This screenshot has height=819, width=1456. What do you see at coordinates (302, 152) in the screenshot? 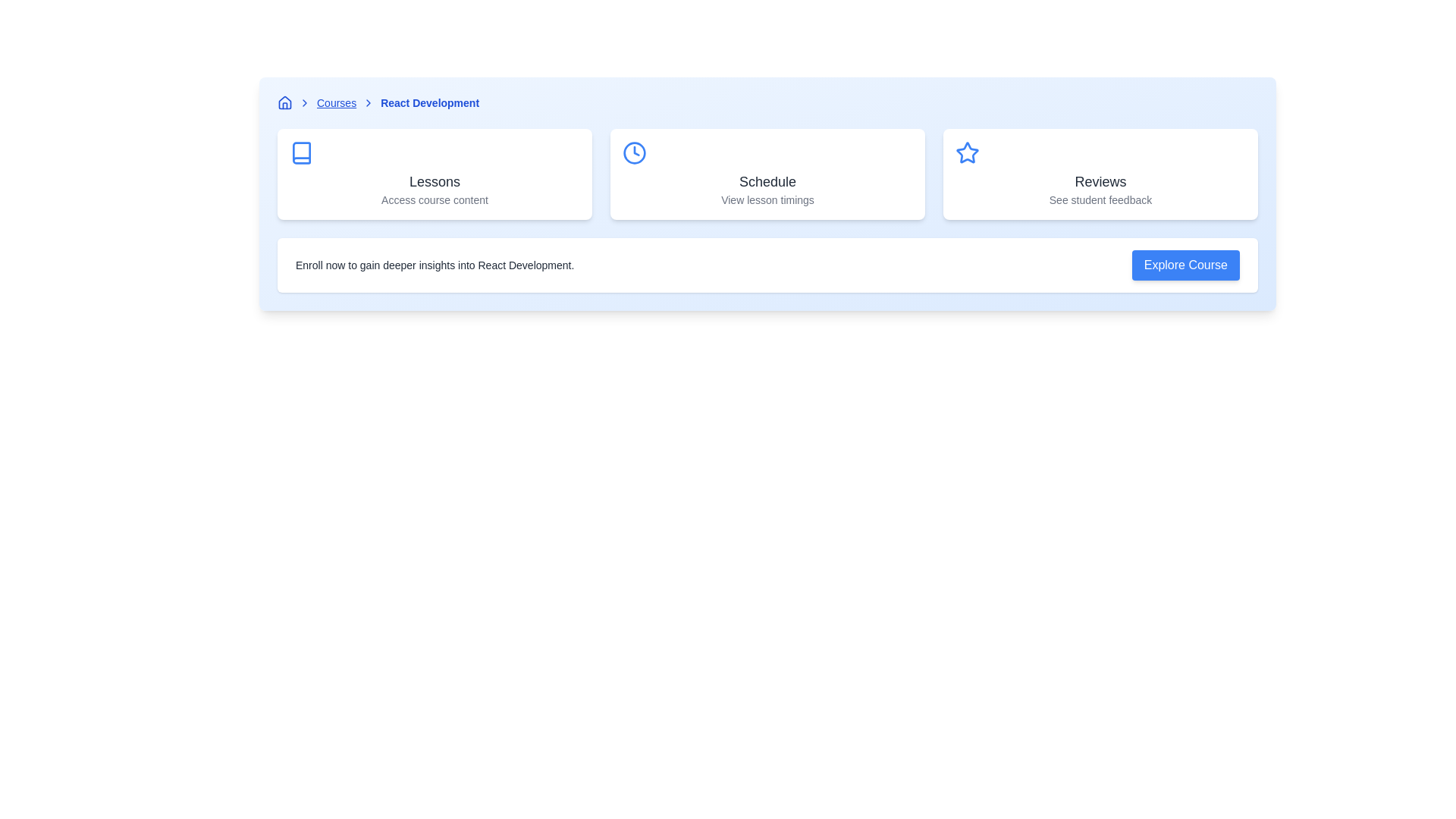
I see `the outlined book icon located in the top-left corner of the 'Lessons' card` at bounding box center [302, 152].